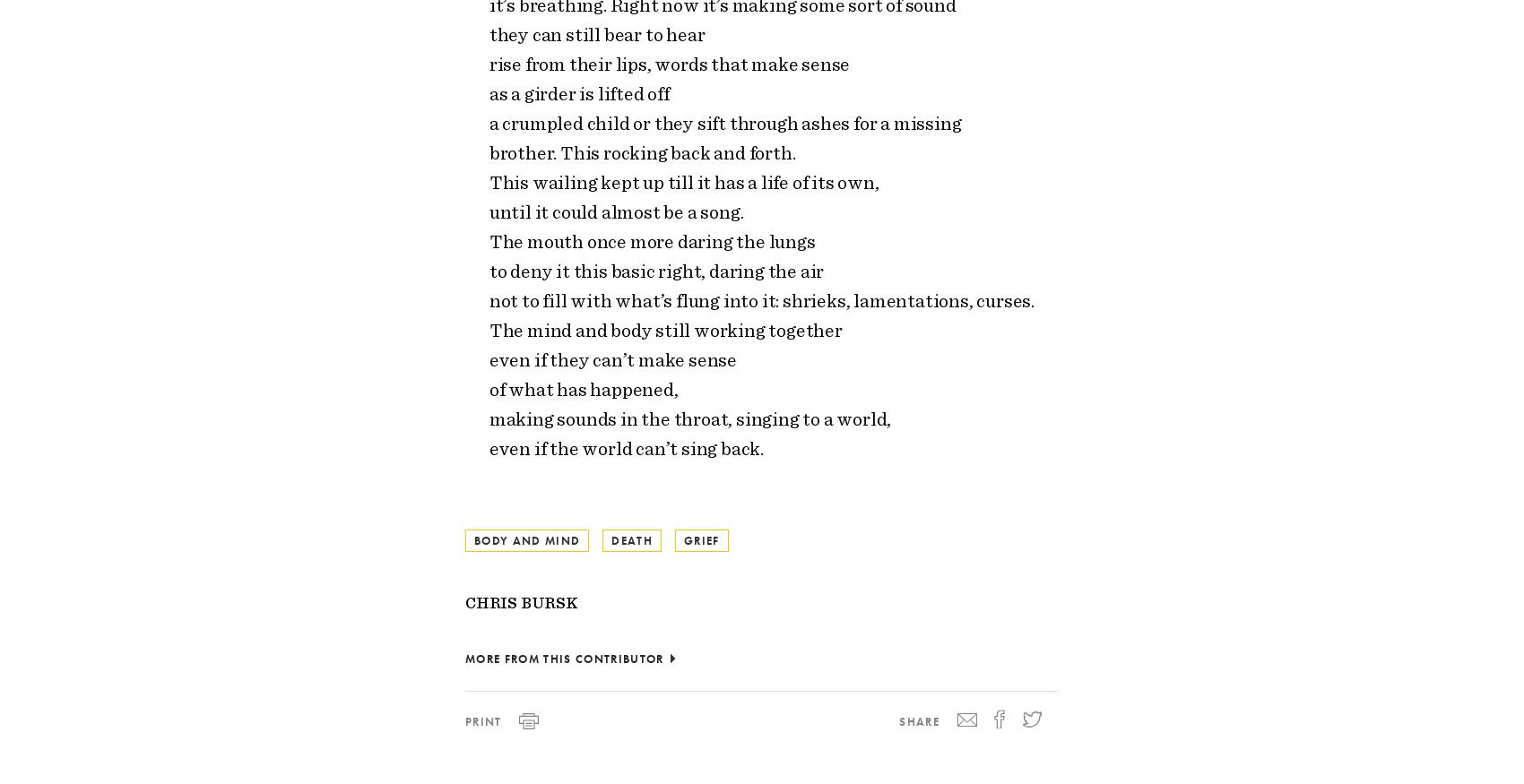  Describe the element at coordinates (615, 212) in the screenshot. I see `'until it could almost be a song.'` at that location.